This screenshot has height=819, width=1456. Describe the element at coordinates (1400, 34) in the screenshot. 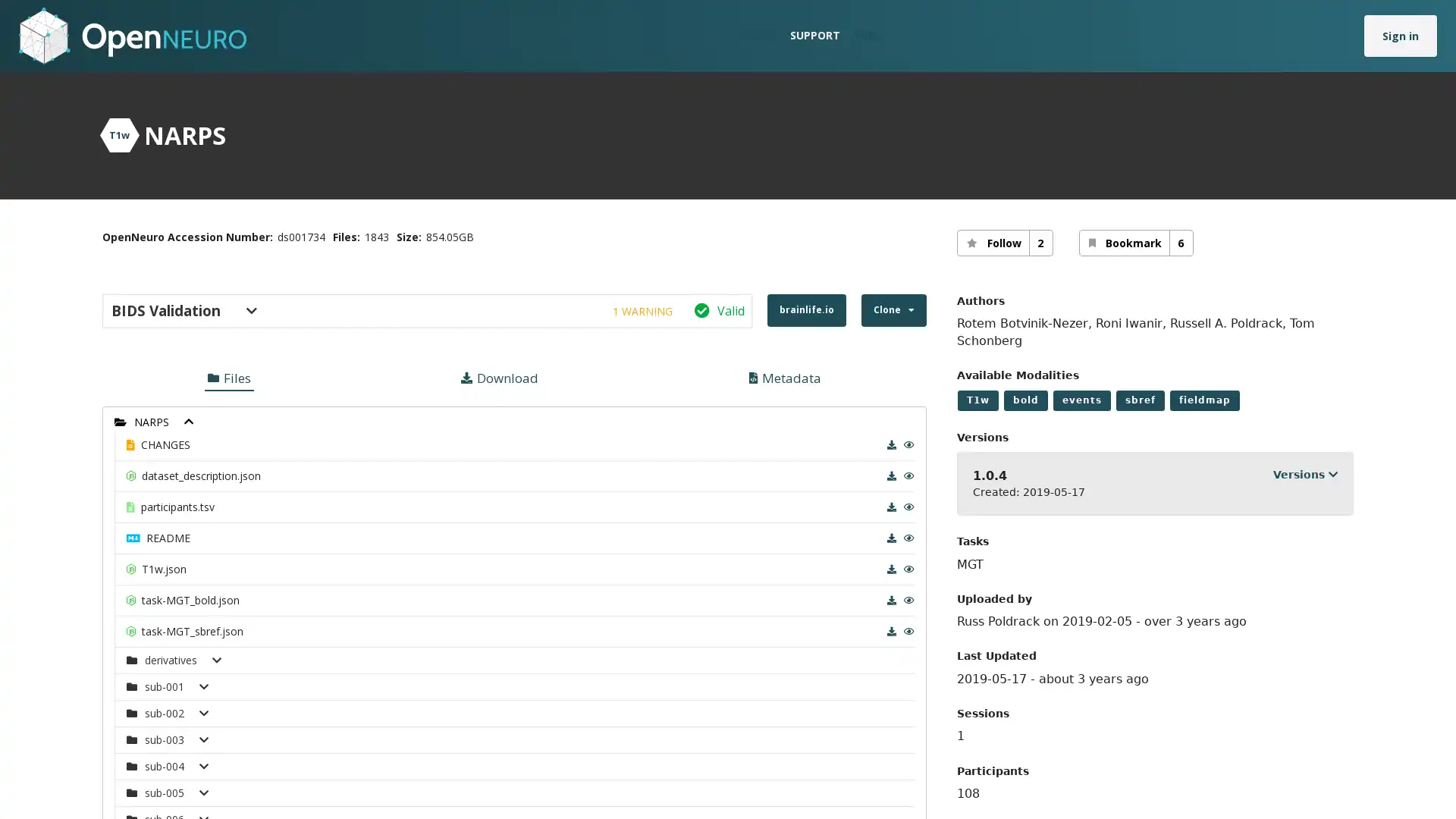

I see `Sign in` at that location.